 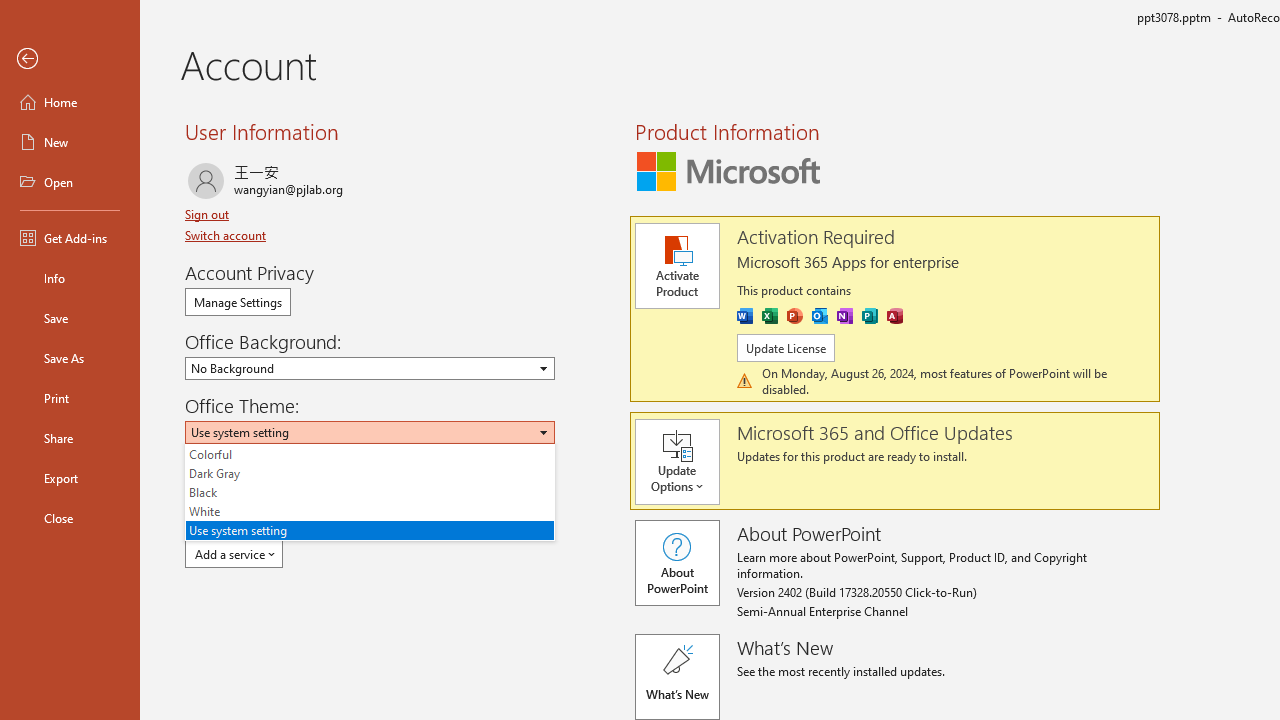 What do you see at coordinates (227, 234) in the screenshot?
I see `'Switch account'` at bounding box center [227, 234].